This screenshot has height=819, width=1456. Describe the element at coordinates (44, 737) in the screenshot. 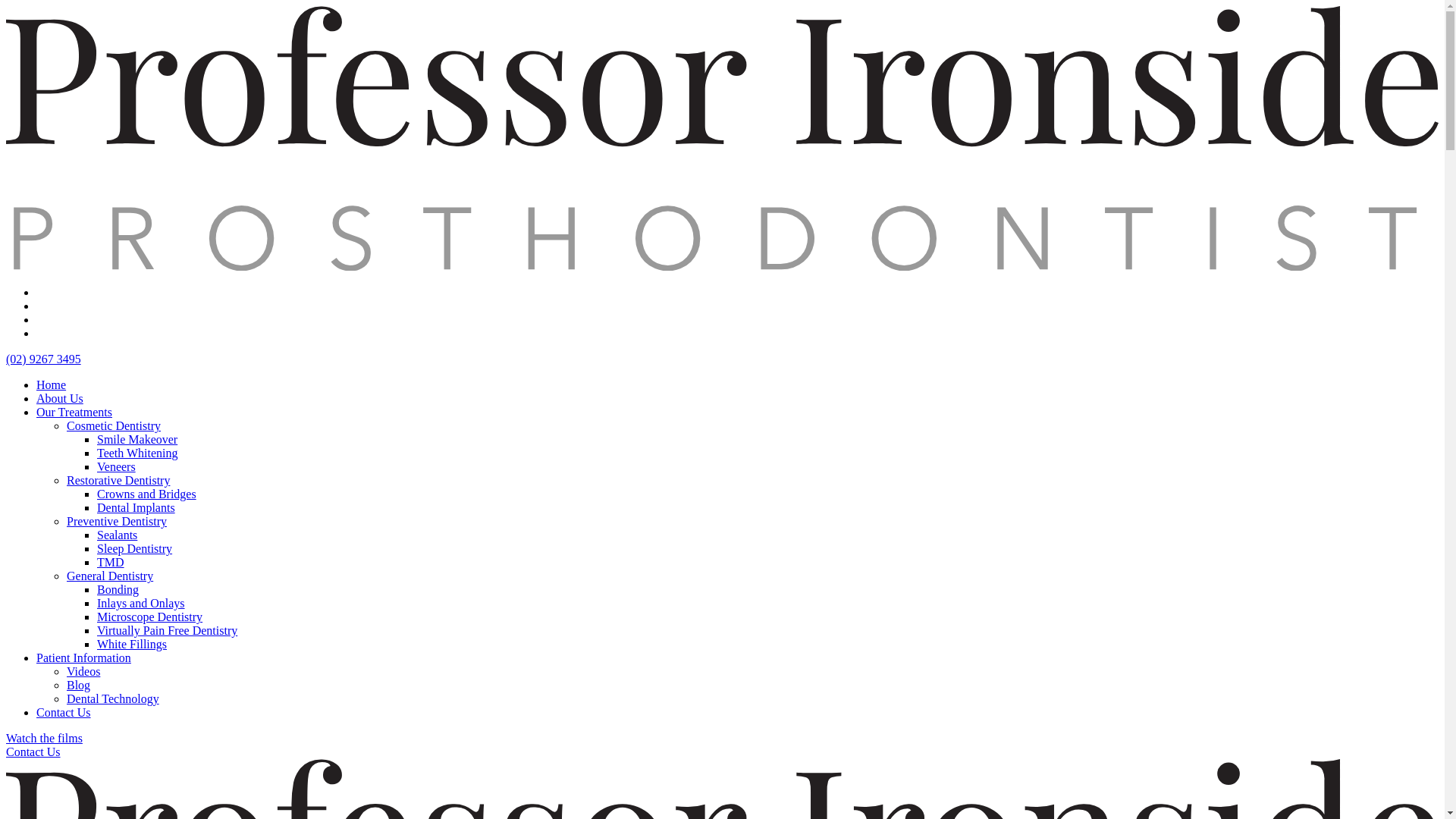

I see `'Watch the films'` at that location.